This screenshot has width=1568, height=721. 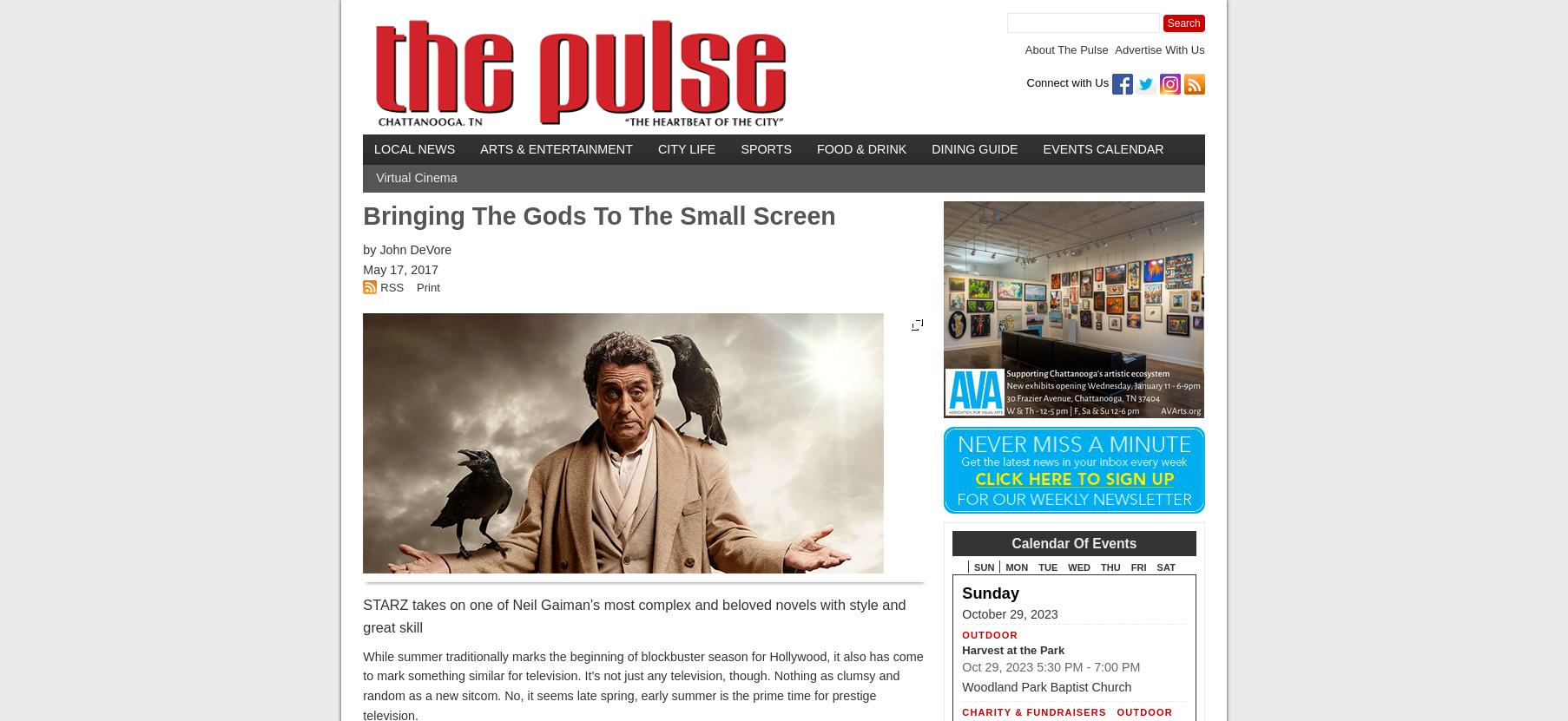 I want to click on 'City Life', so click(x=685, y=147).